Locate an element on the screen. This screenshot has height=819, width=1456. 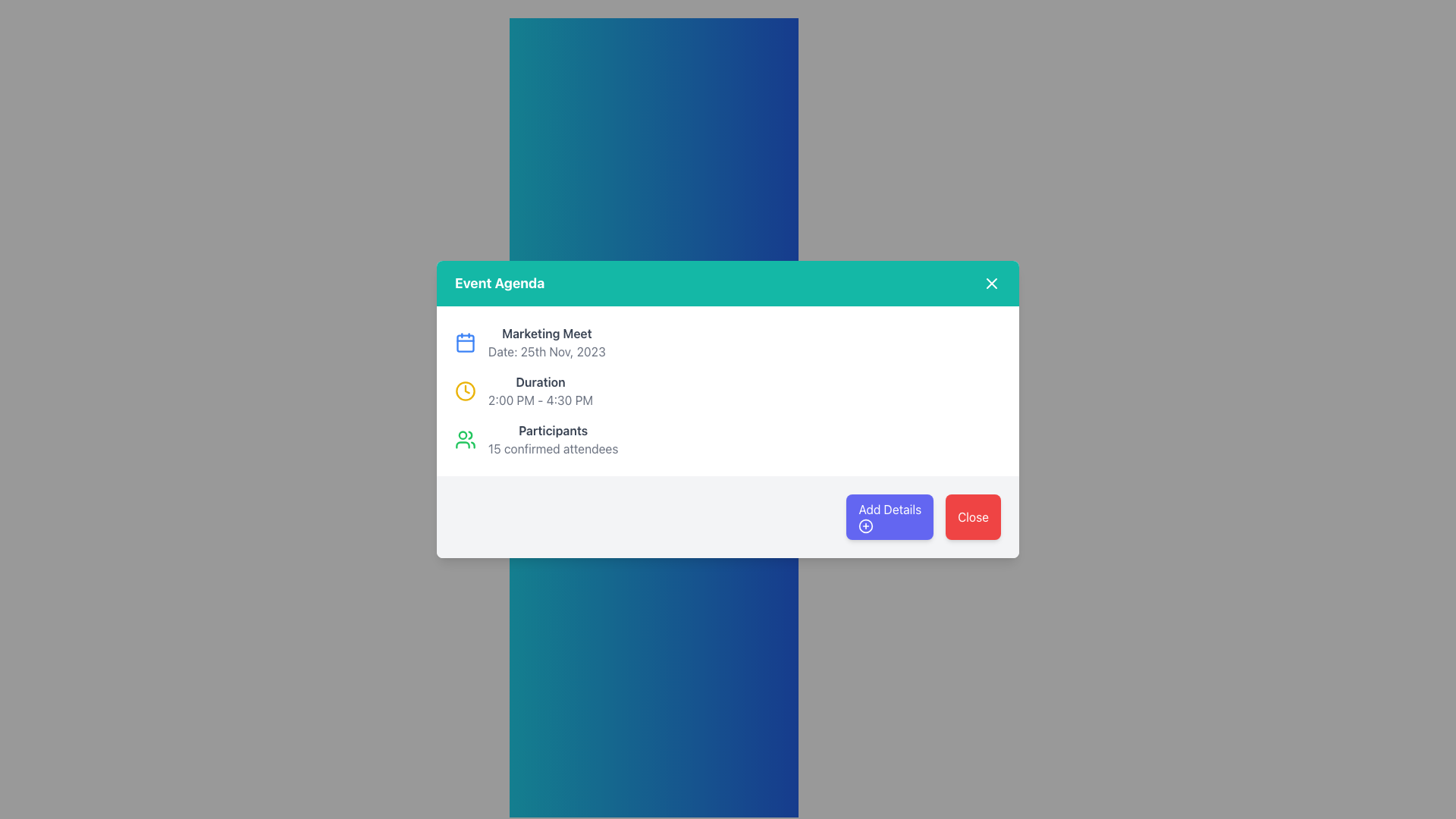
the SVG-based graphical button shaped like a diagonal cross ('X') in the top-right corner of the teal-colored header bar is located at coordinates (992, 284).